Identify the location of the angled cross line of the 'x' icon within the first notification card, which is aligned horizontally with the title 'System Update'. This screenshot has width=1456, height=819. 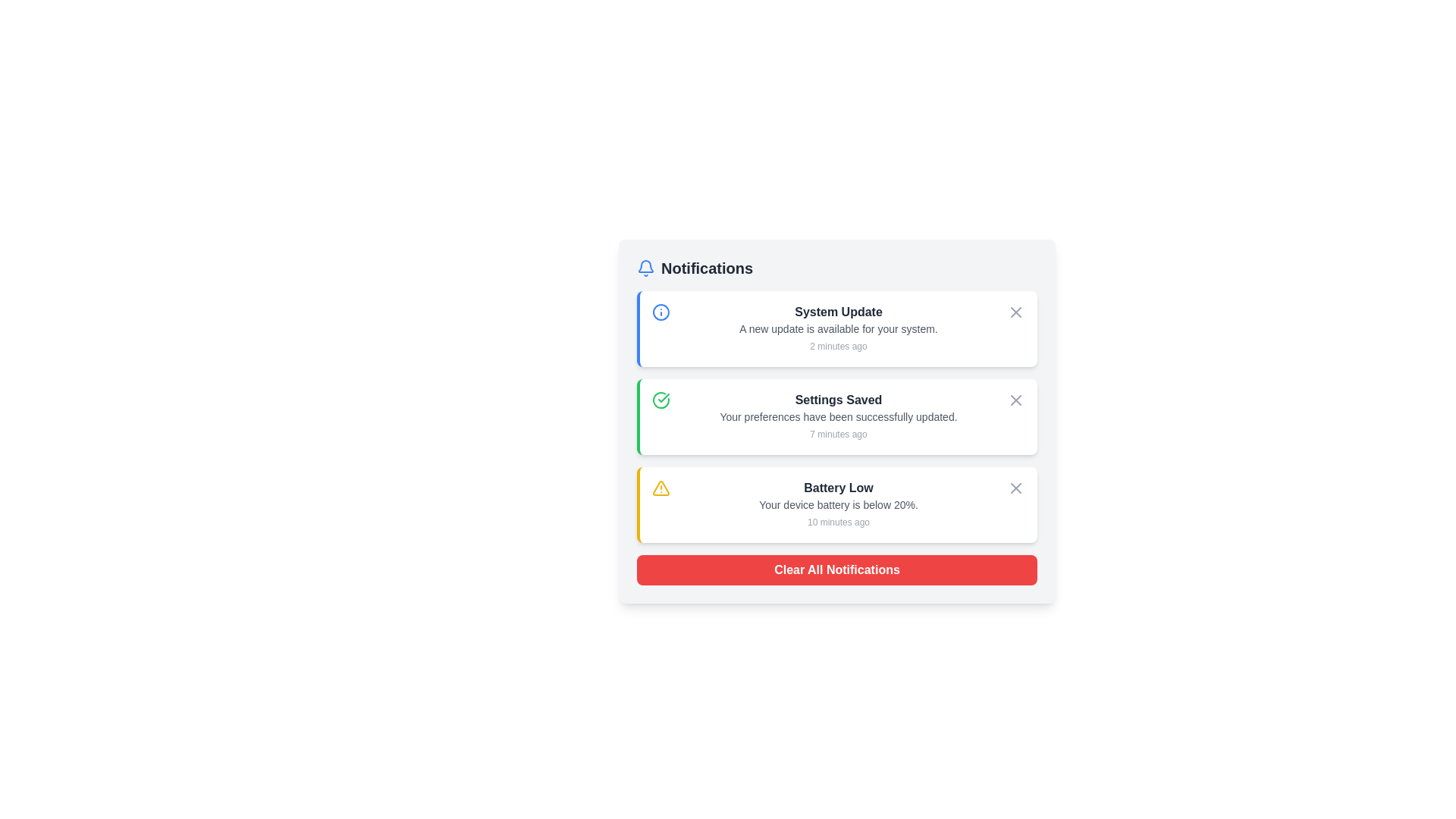
(1015, 312).